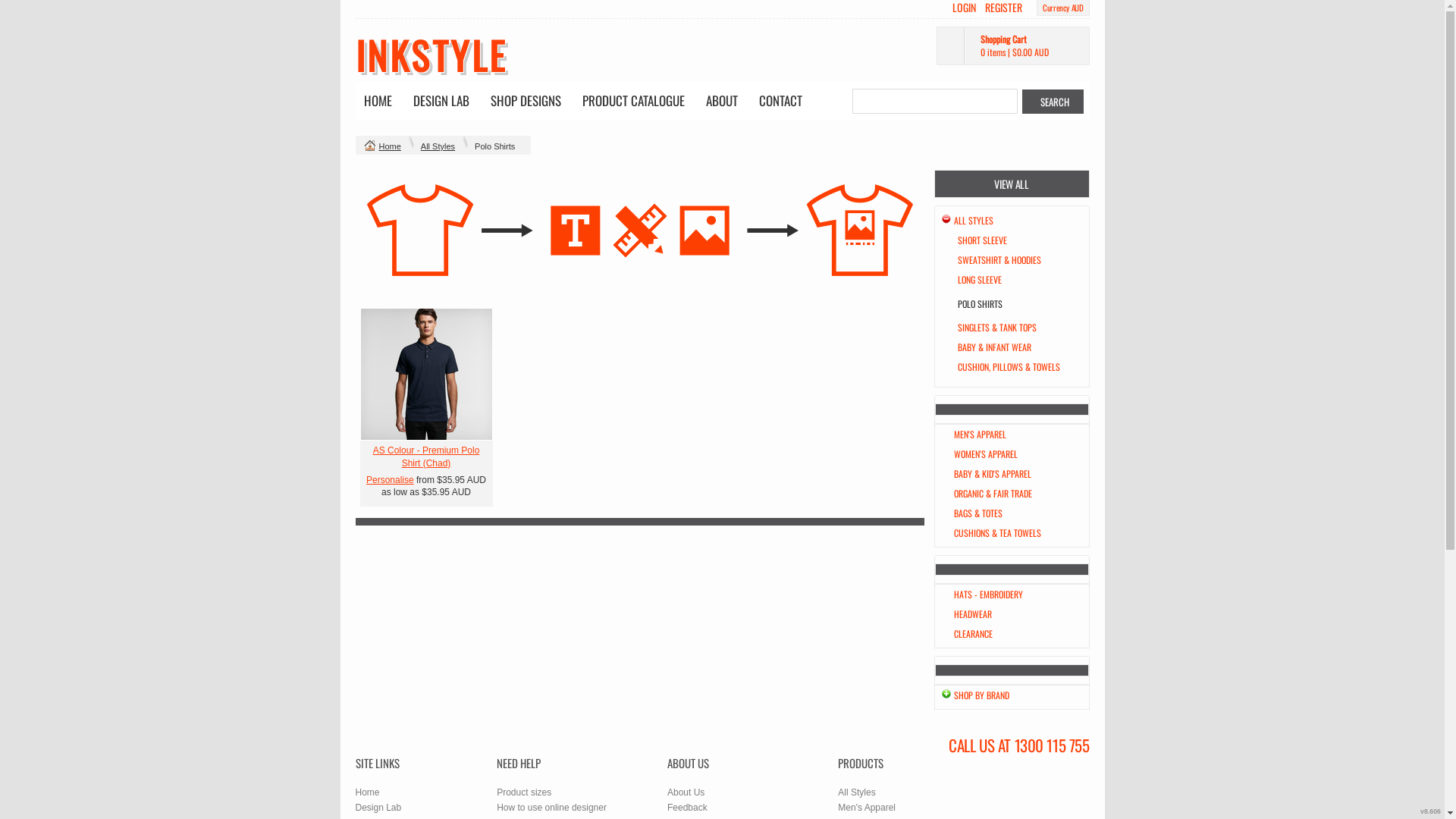 The image size is (1456, 819). I want to click on 'MEN'S APPAREL', so click(980, 434).